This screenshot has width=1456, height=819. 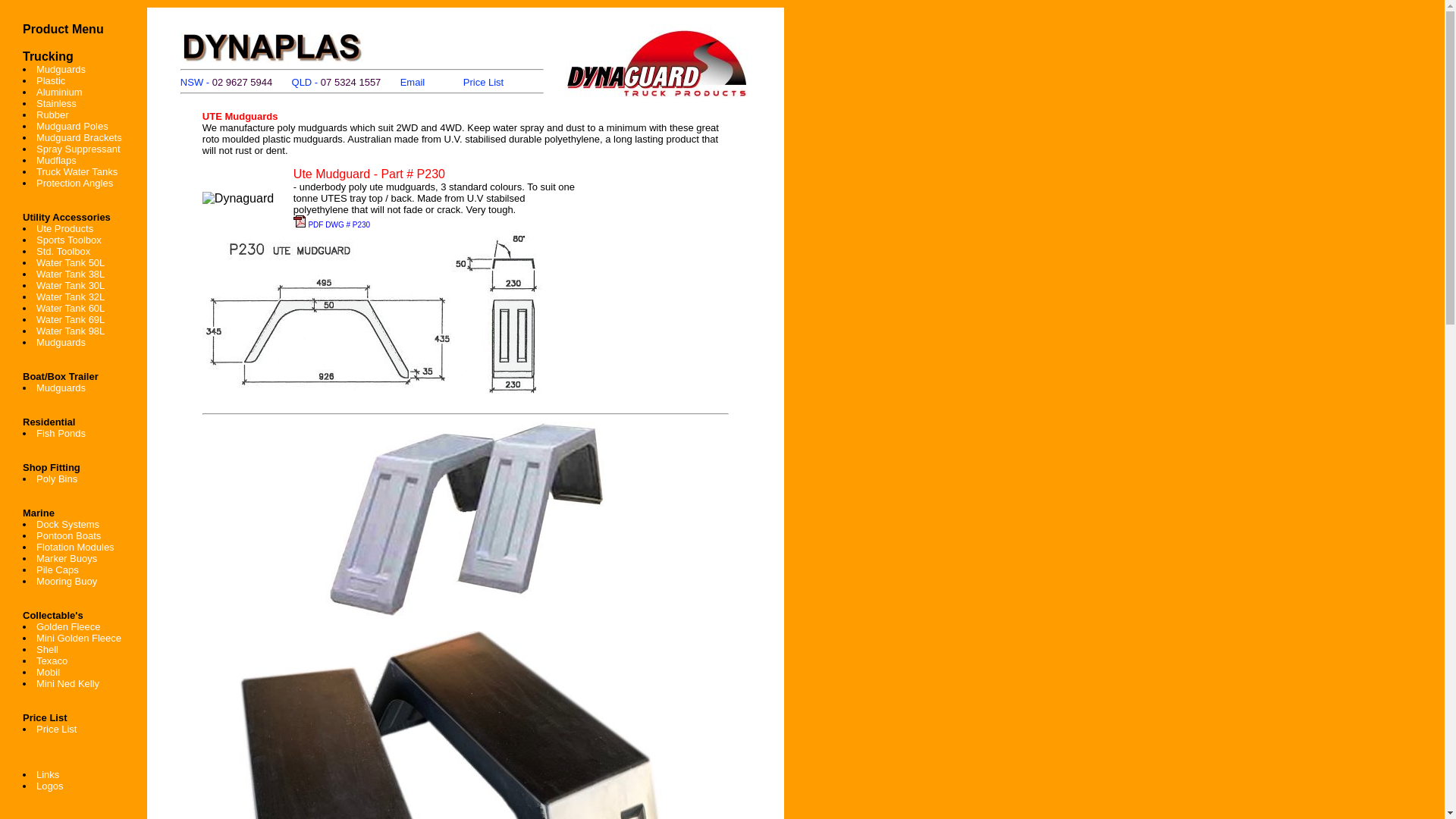 I want to click on 'Water Tank 98L', so click(x=69, y=330).